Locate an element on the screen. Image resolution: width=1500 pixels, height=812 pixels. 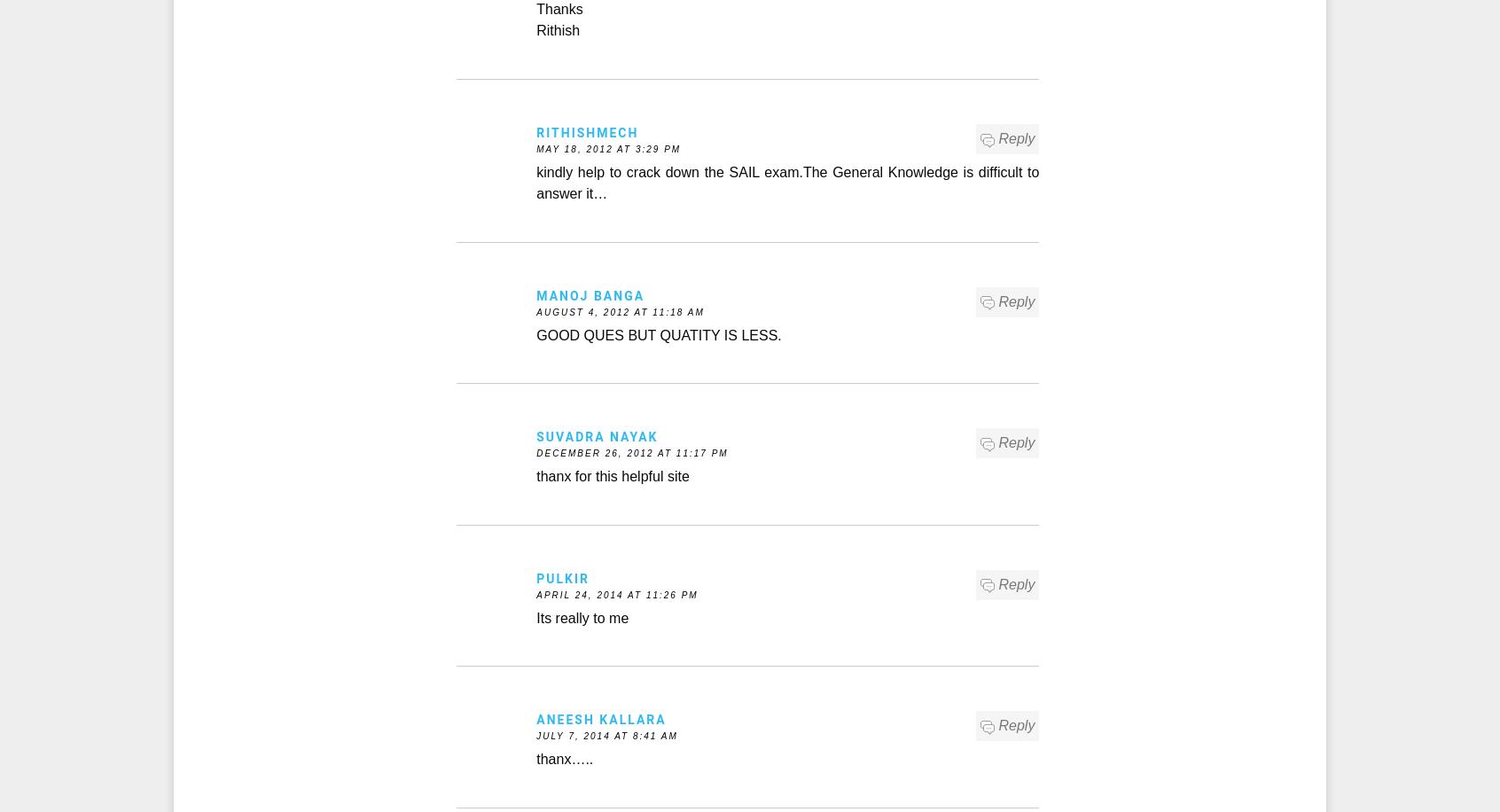
'Rithish' is located at coordinates (557, 30).